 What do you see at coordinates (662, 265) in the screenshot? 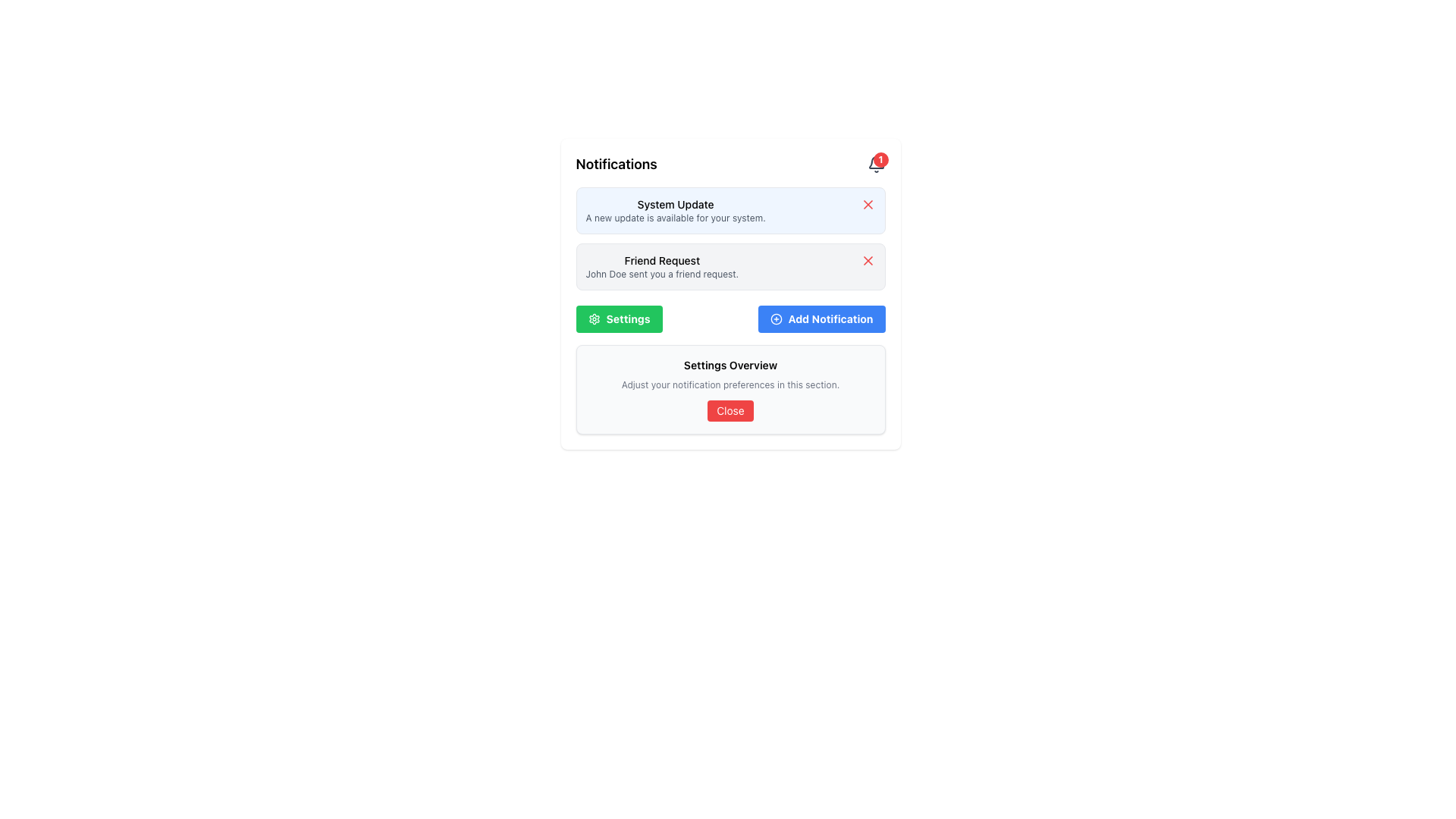
I see `the text label displaying a notification about a friend request sent by John Doe, which is the second notification in the list` at bounding box center [662, 265].